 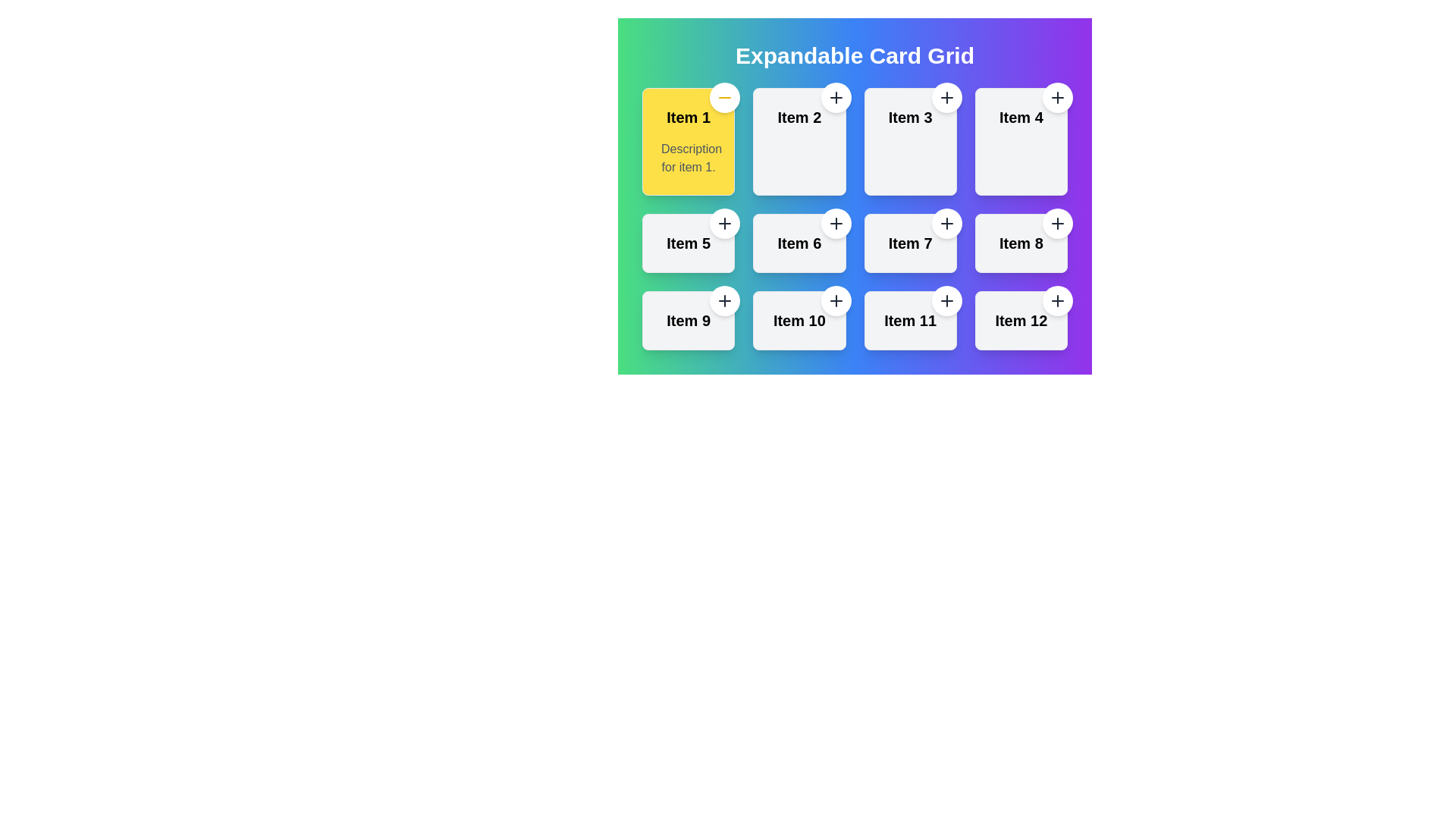 I want to click on the circular button with an icon, so click(x=946, y=97).